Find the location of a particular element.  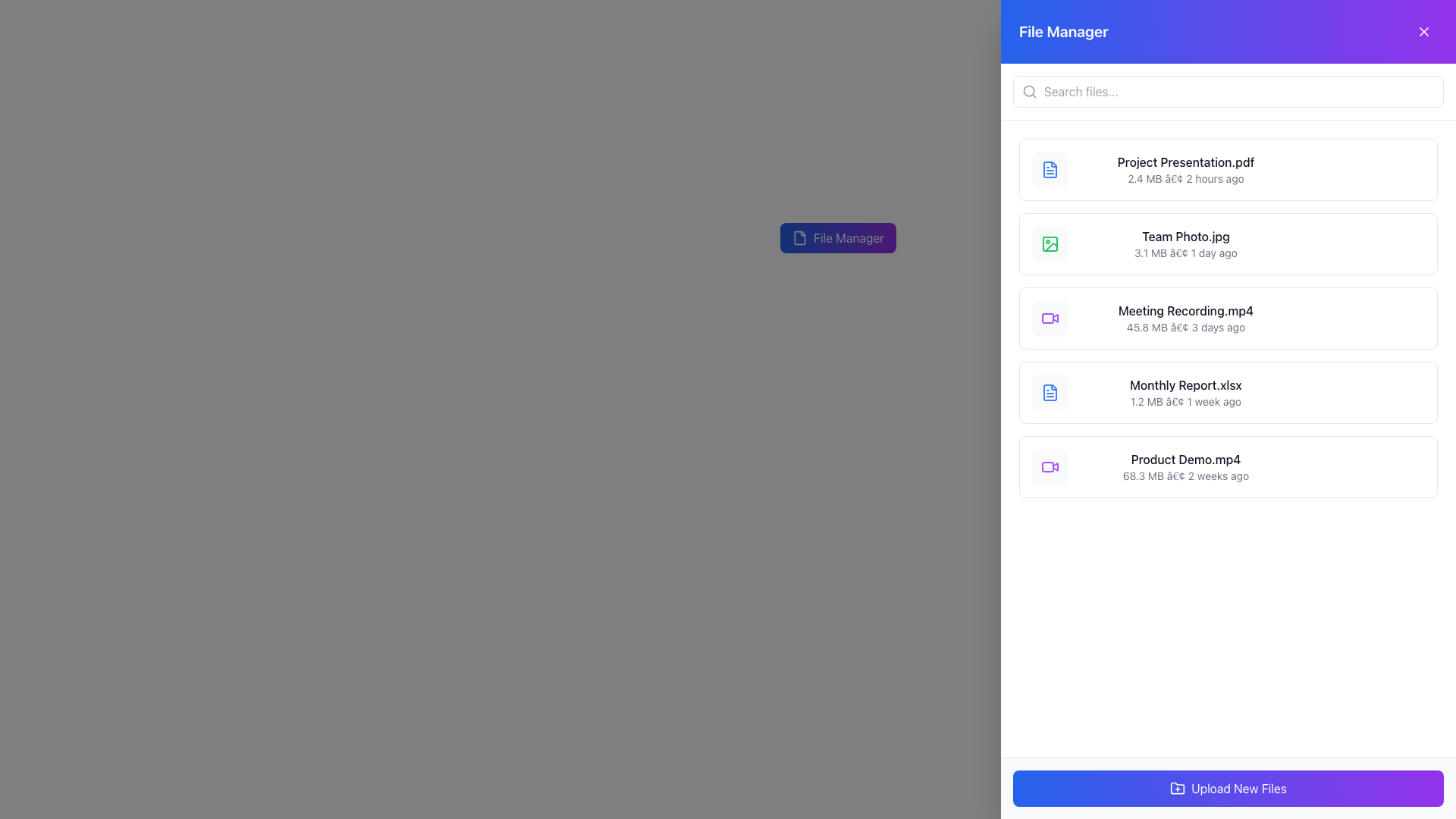

the file name 'Product Demo.mp4' from the text display element located in the file listing interface is located at coordinates (1185, 466).